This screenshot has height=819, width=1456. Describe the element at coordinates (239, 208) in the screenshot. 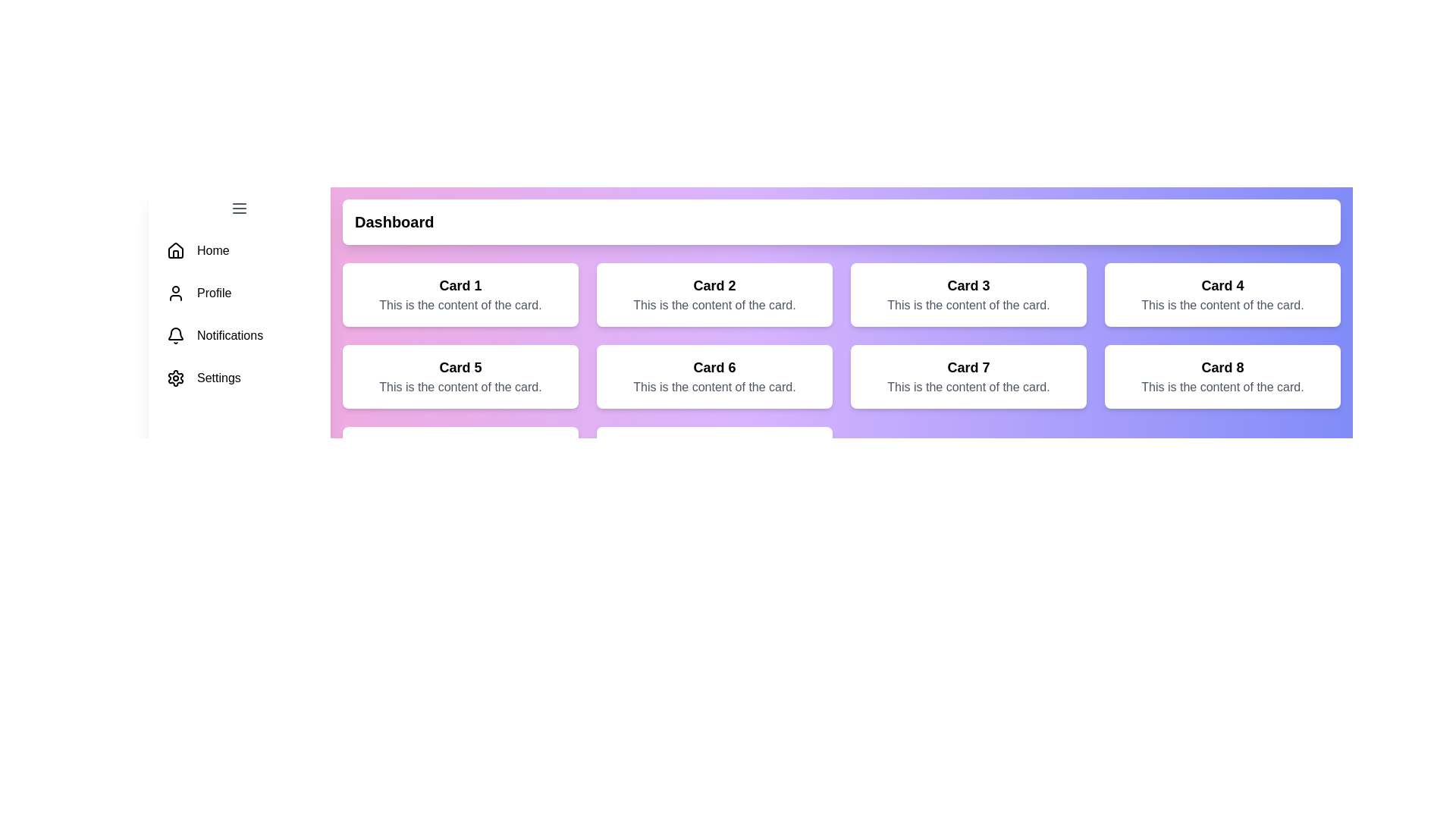

I see `the menu button to toggle the drawer state` at that location.